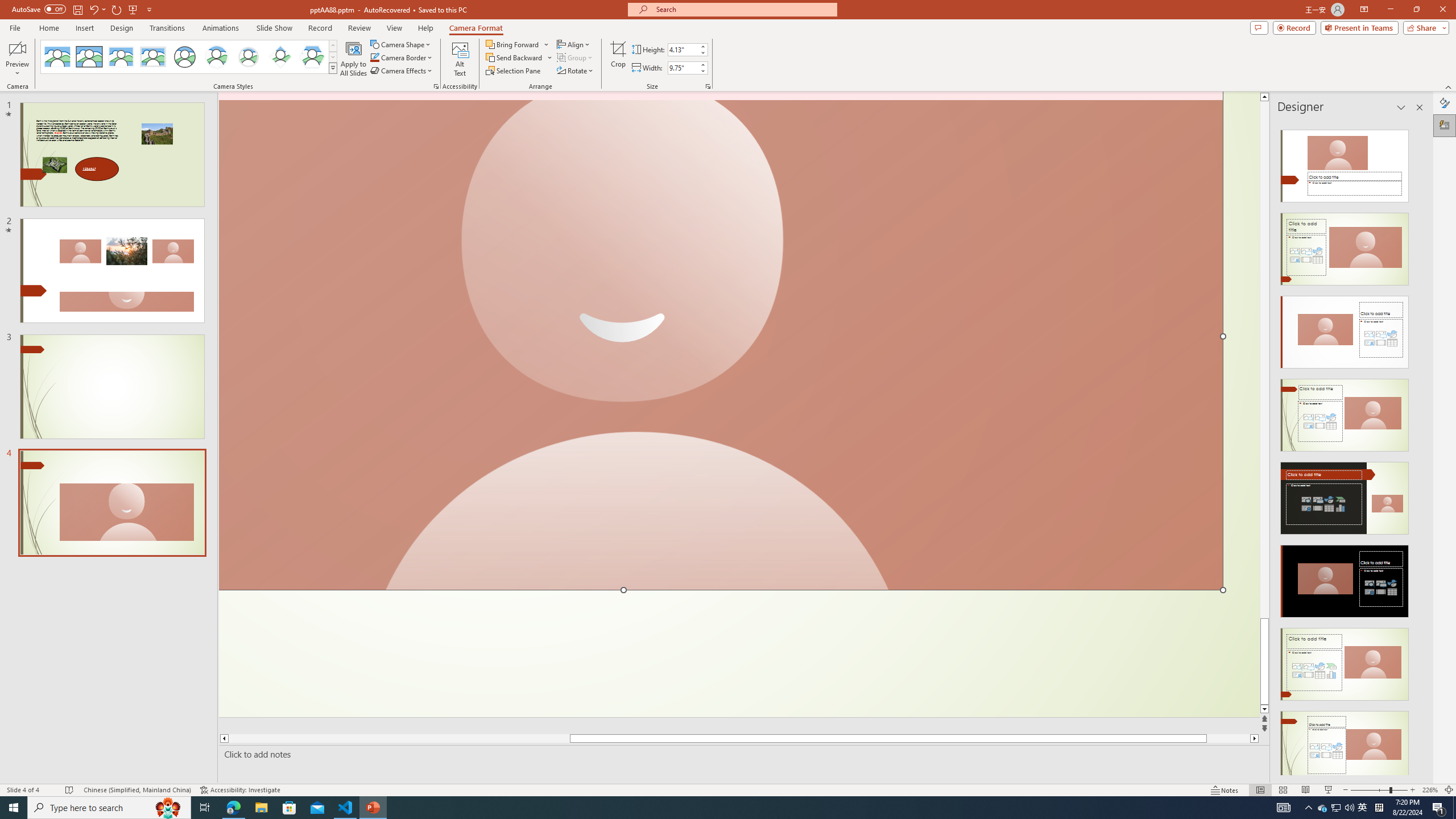 The image size is (1456, 819). I want to click on 'Enable Camera Preview', so click(16, 48).